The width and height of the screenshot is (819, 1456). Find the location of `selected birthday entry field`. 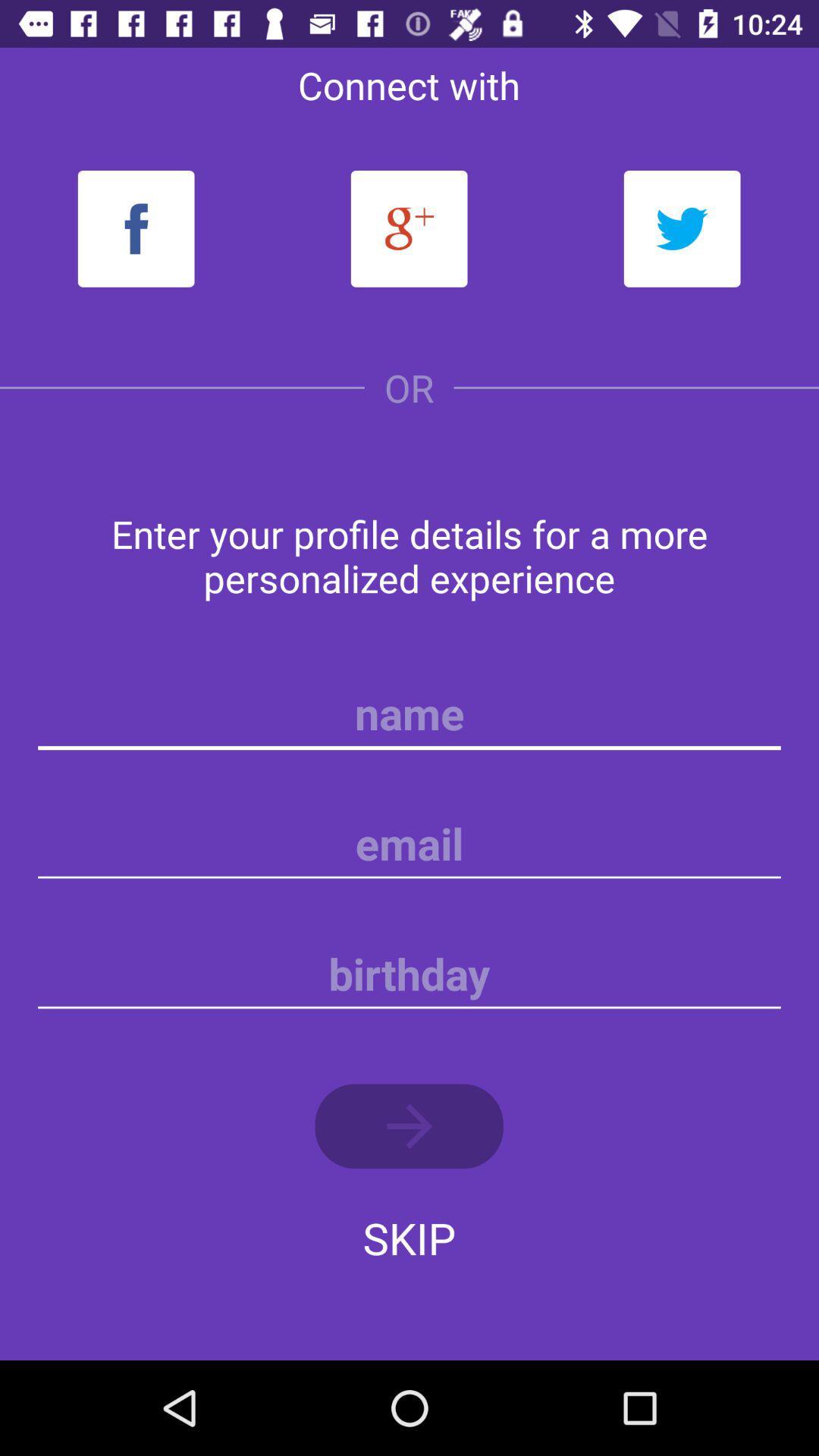

selected birthday entry field is located at coordinates (409, 974).